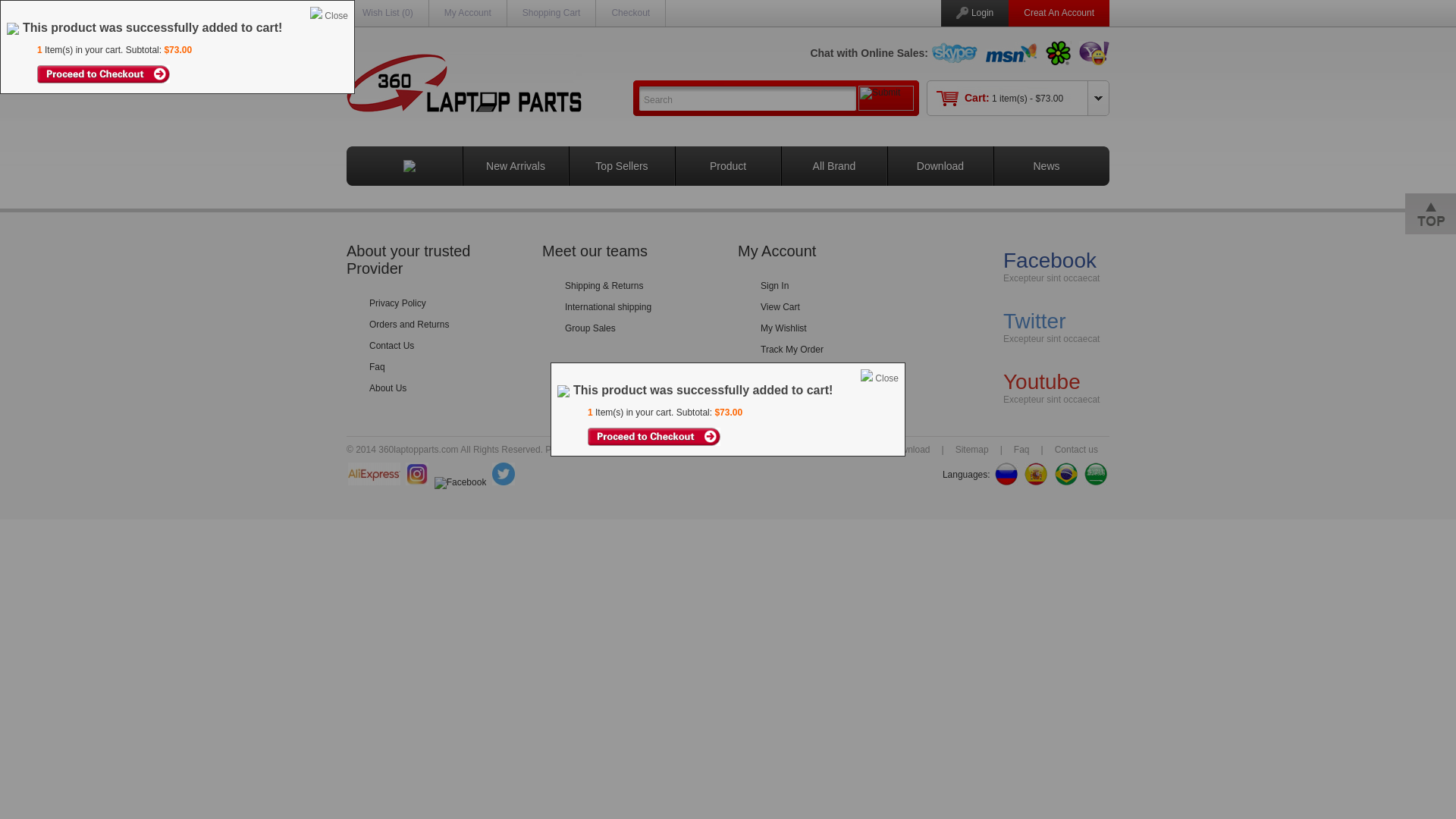 The image size is (1456, 819). What do you see at coordinates (939, 166) in the screenshot?
I see `'Download'` at bounding box center [939, 166].